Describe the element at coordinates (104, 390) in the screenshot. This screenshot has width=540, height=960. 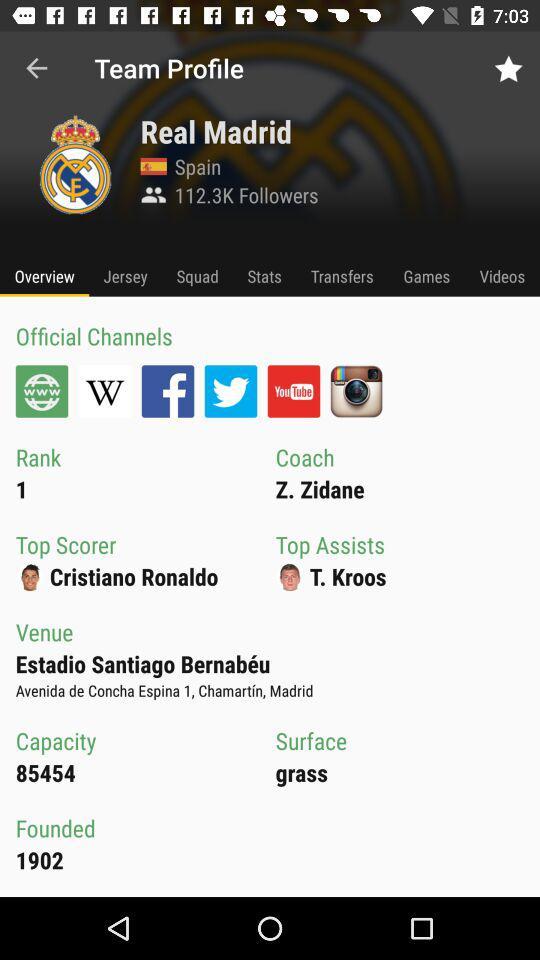
I see `the icon below official channels item` at that location.